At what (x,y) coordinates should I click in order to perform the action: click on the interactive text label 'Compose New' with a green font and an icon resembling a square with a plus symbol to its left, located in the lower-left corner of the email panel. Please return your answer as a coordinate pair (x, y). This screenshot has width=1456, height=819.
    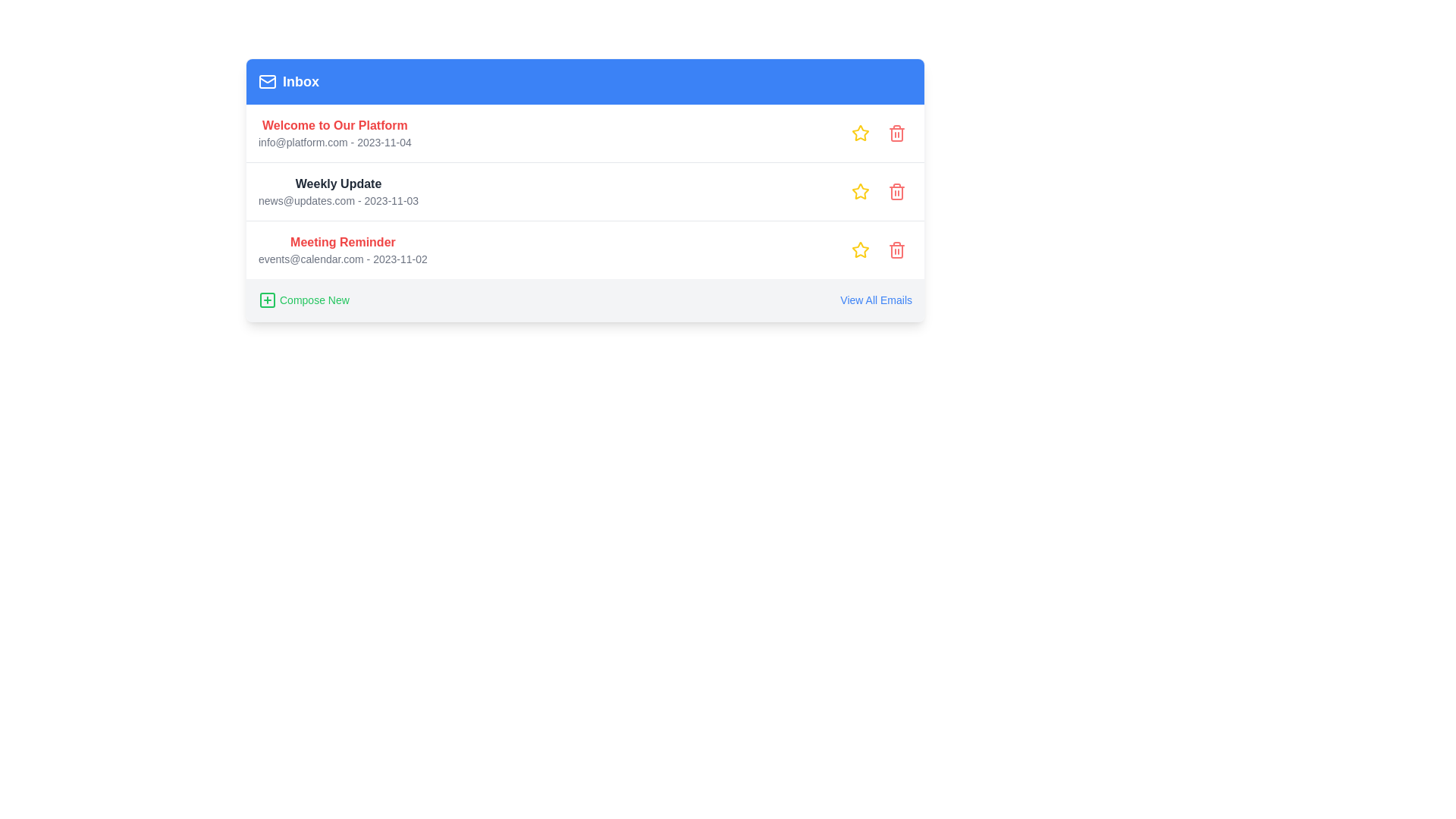
    Looking at the image, I should click on (303, 300).